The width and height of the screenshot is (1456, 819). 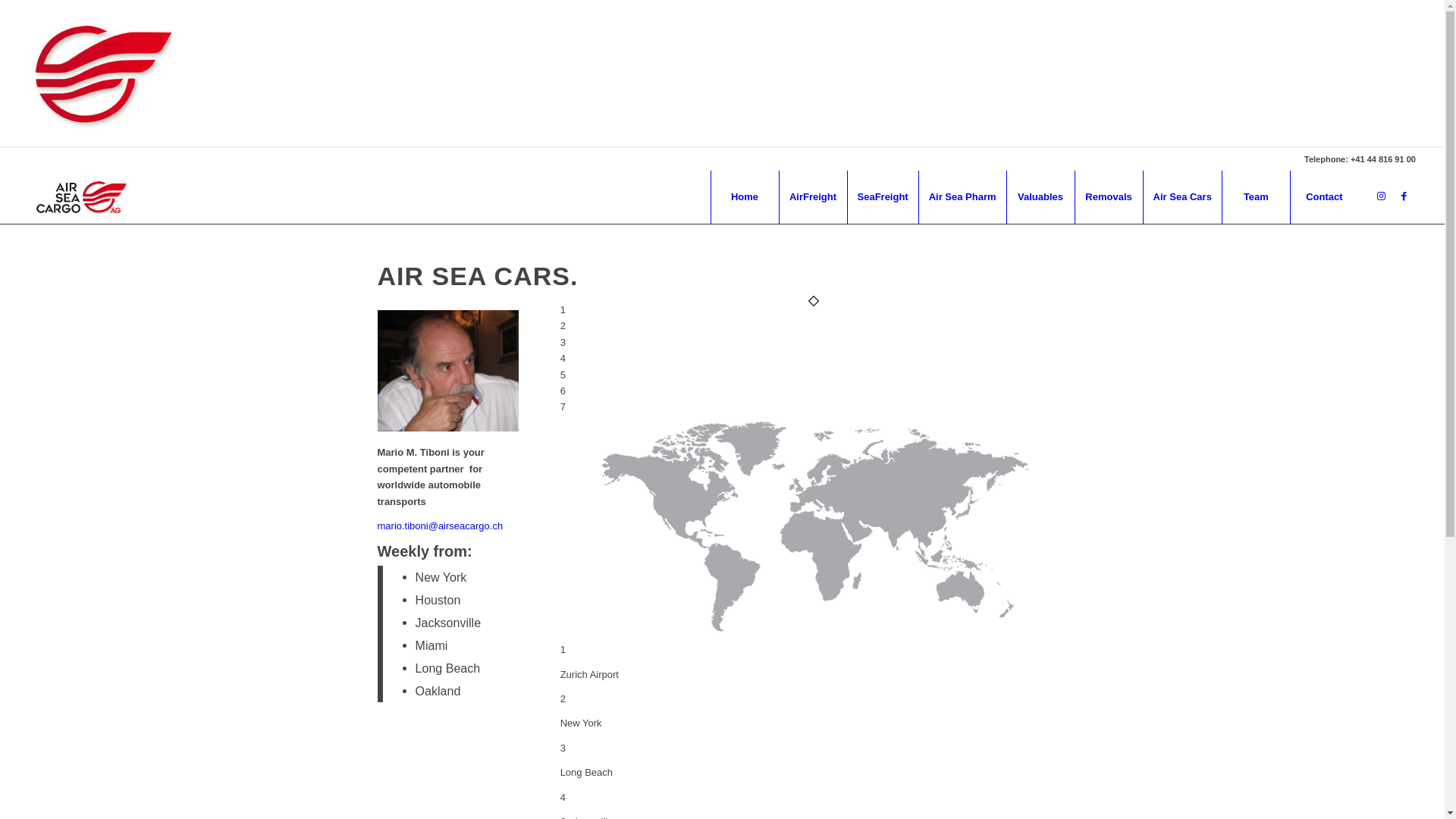 What do you see at coordinates (743, 196) in the screenshot?
I see `'Home'` at bounding box center [743, 196].